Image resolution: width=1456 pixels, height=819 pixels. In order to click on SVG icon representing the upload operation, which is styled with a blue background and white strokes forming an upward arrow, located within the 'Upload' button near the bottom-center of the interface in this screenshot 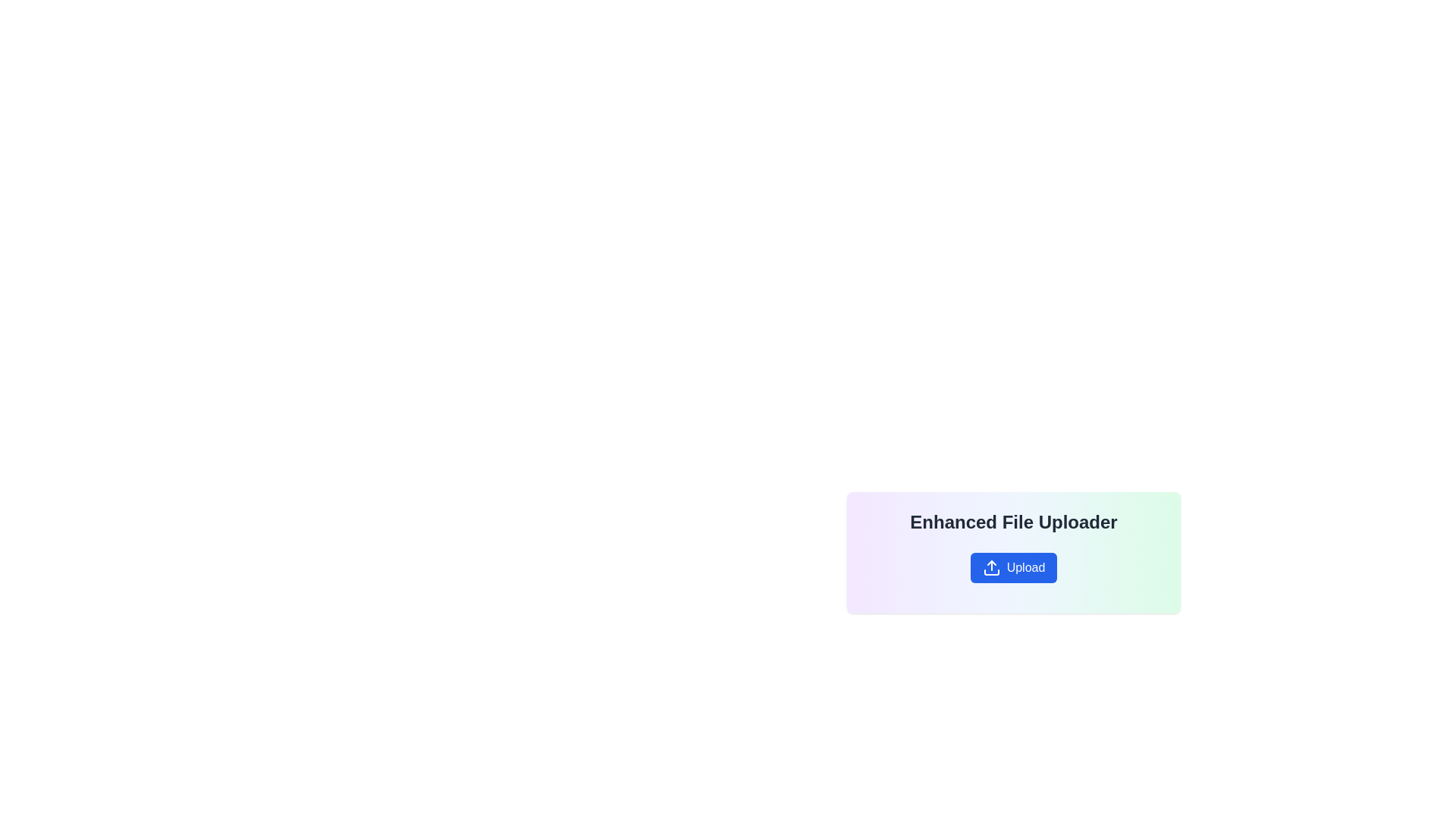, I will do `click(991, 567)`.